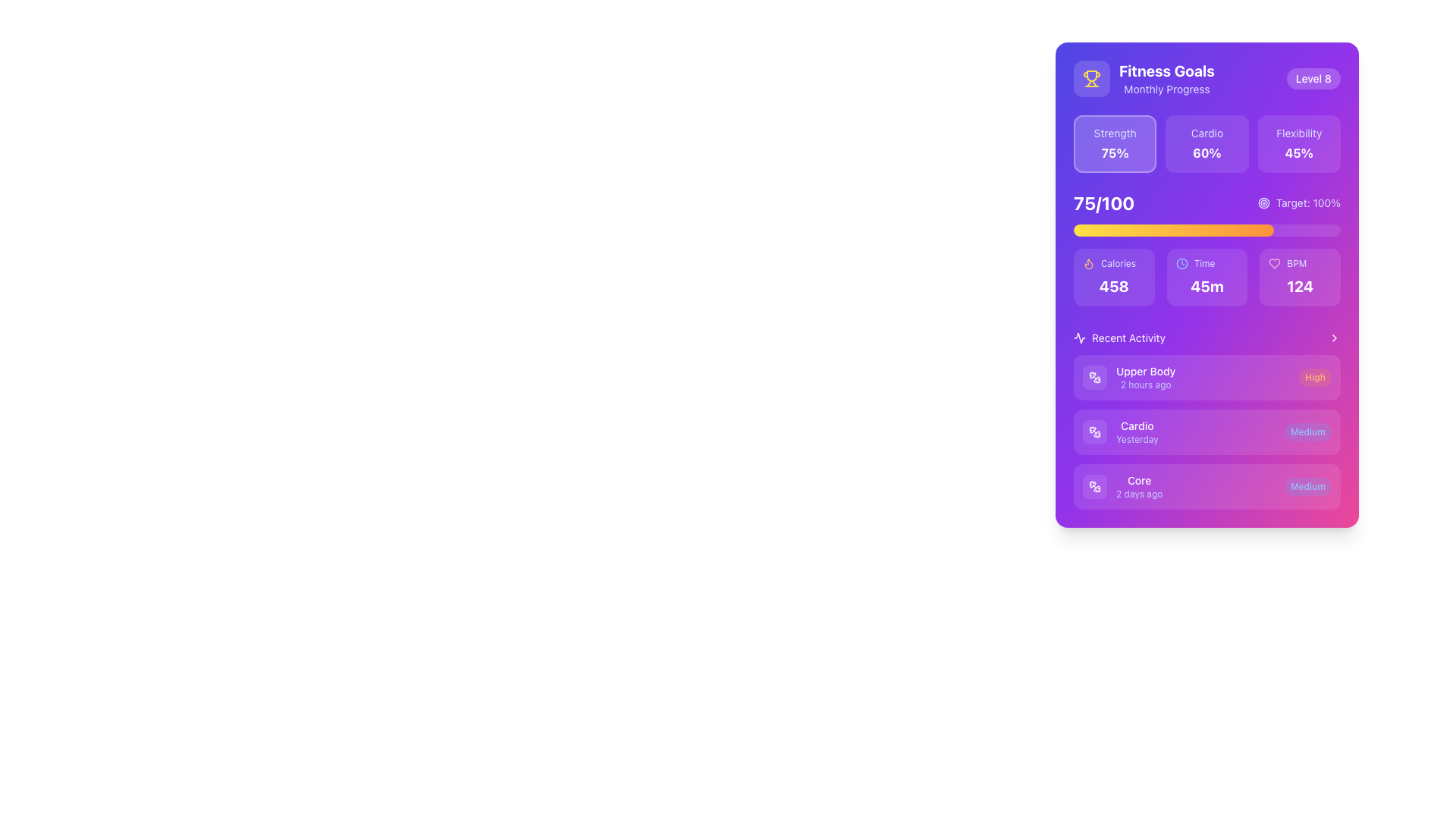 Image resolution: width=1456 pixels, height=819 pixels. I want to click on the central part of the trophy icon in the top-left corner of the 'Fitness Goals' card, which emphasizes the context of 'Fitness Goals', so click(1092, 76).